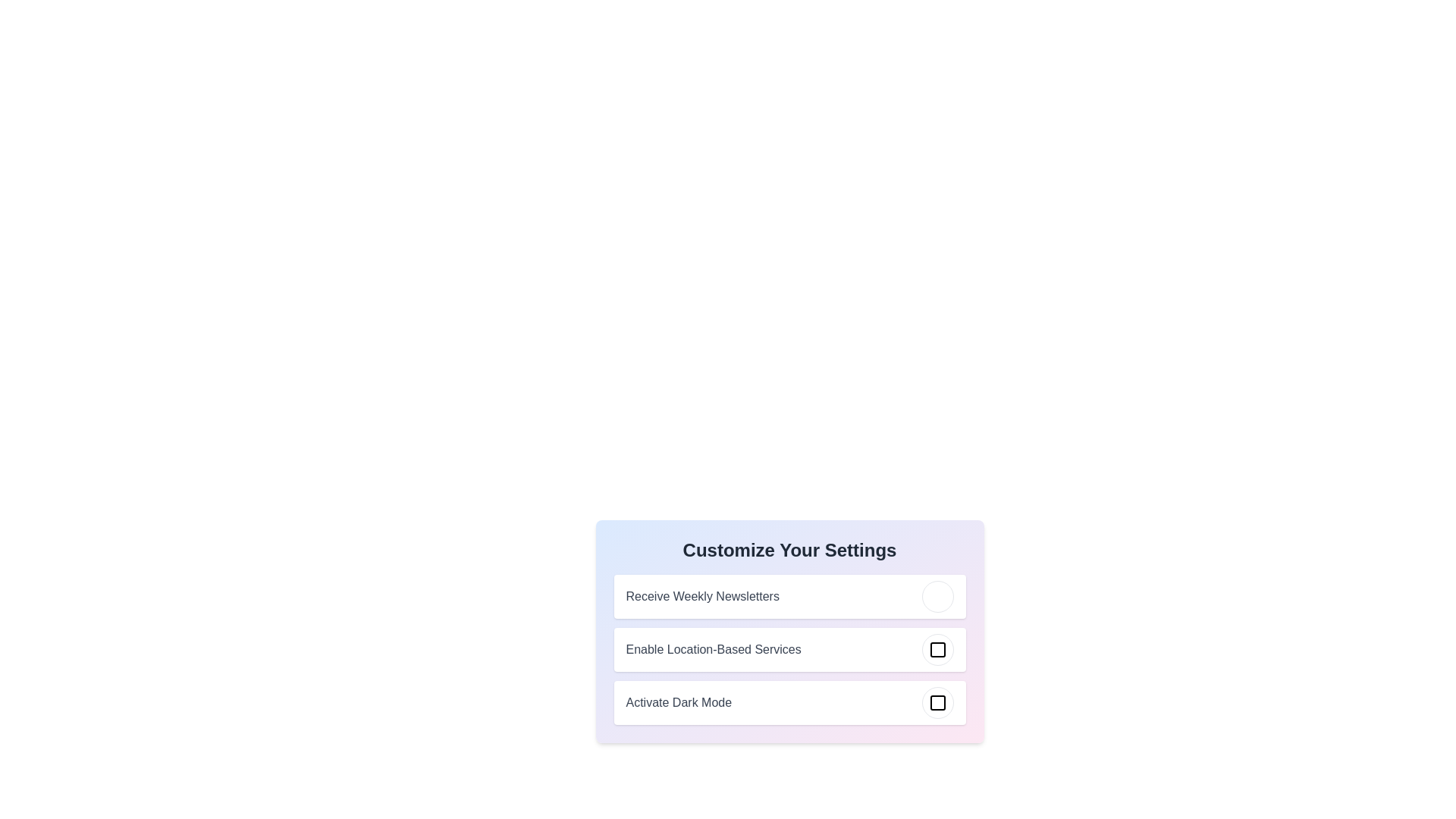  I want to click on the small interactive button with a square symbol in its center, located to the right of 'Enable Location-Based Services' in the 'Customize Your Settings' section, so click(937, 648).